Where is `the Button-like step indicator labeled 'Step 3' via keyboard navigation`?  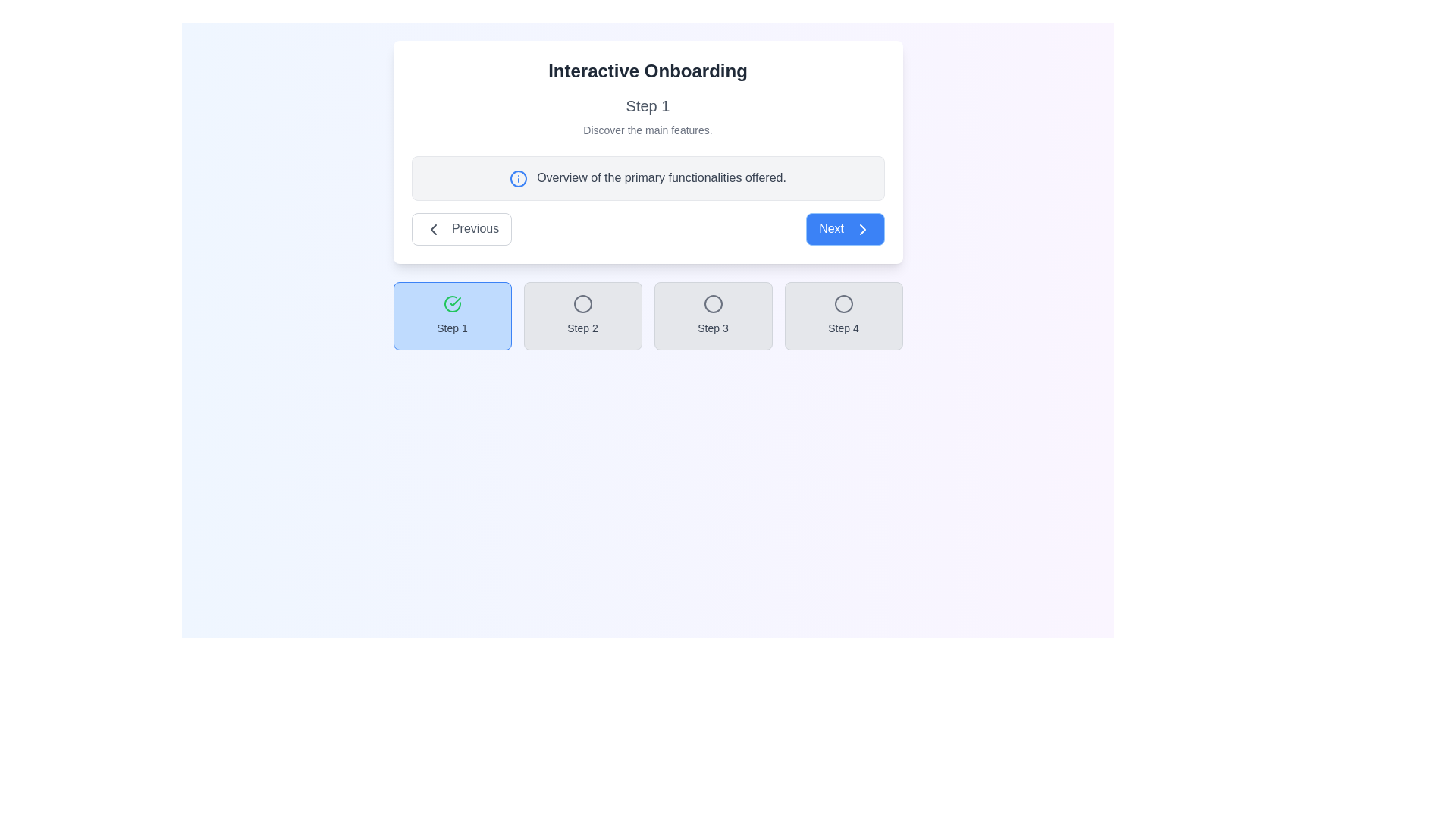
the Button-like step indicator labeled 'Step 3' via keyboard navigation is located at coordinates (712, 315).